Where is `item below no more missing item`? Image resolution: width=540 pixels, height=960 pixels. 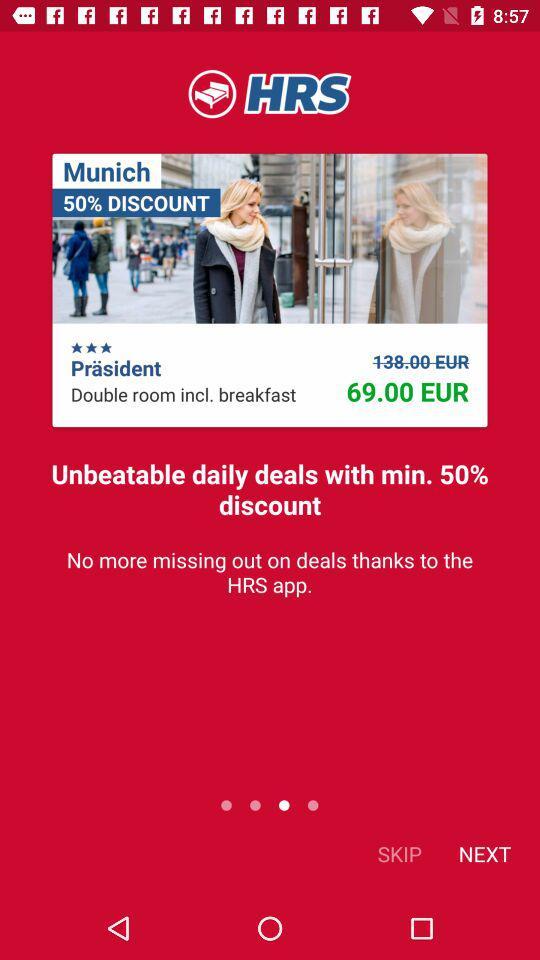 item below no more missing item is located at coordinates (399, 852).